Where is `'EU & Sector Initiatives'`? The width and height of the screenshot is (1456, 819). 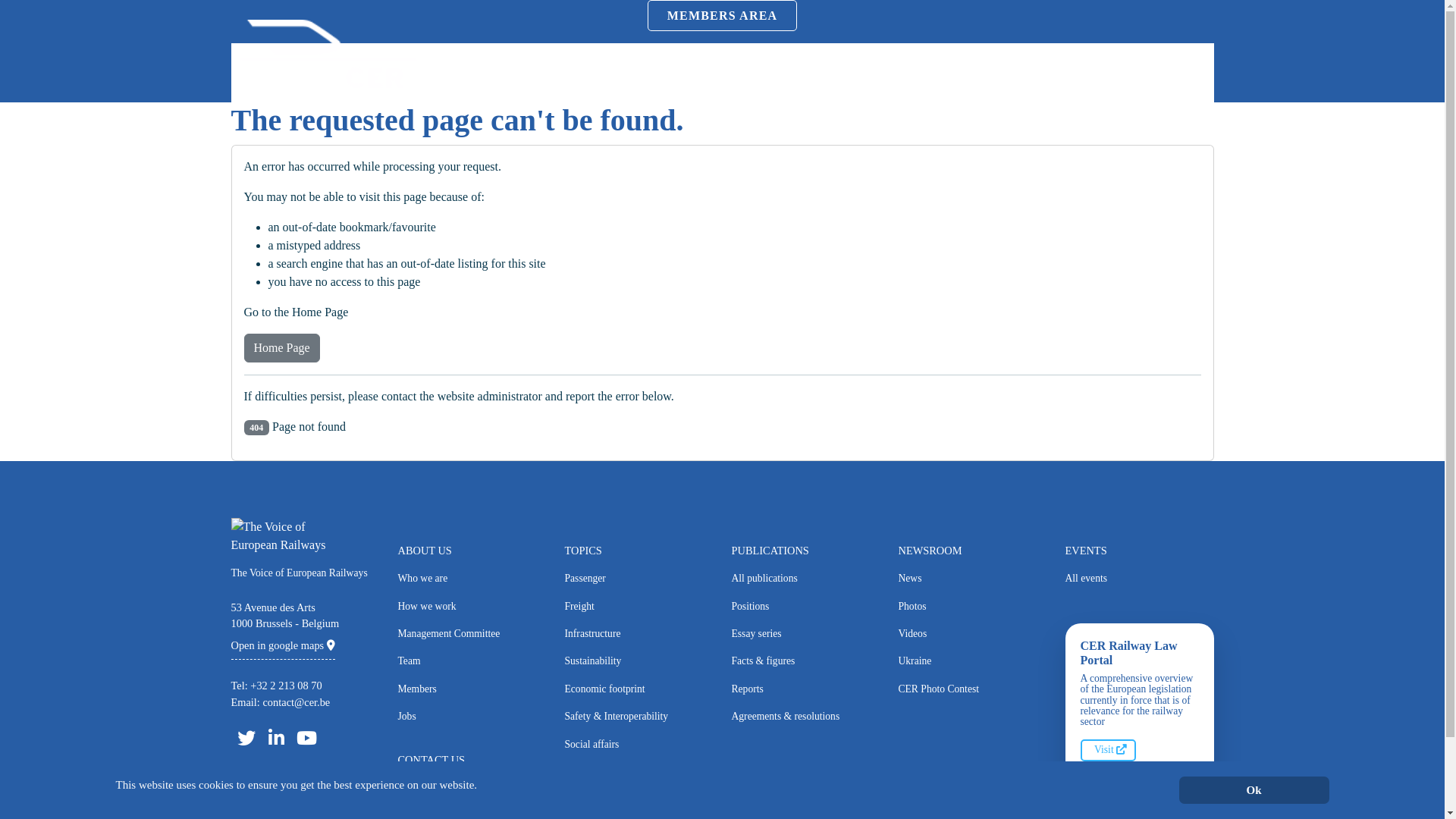 'EU & Sector Initiatives' is located at coordinates (638, 772).